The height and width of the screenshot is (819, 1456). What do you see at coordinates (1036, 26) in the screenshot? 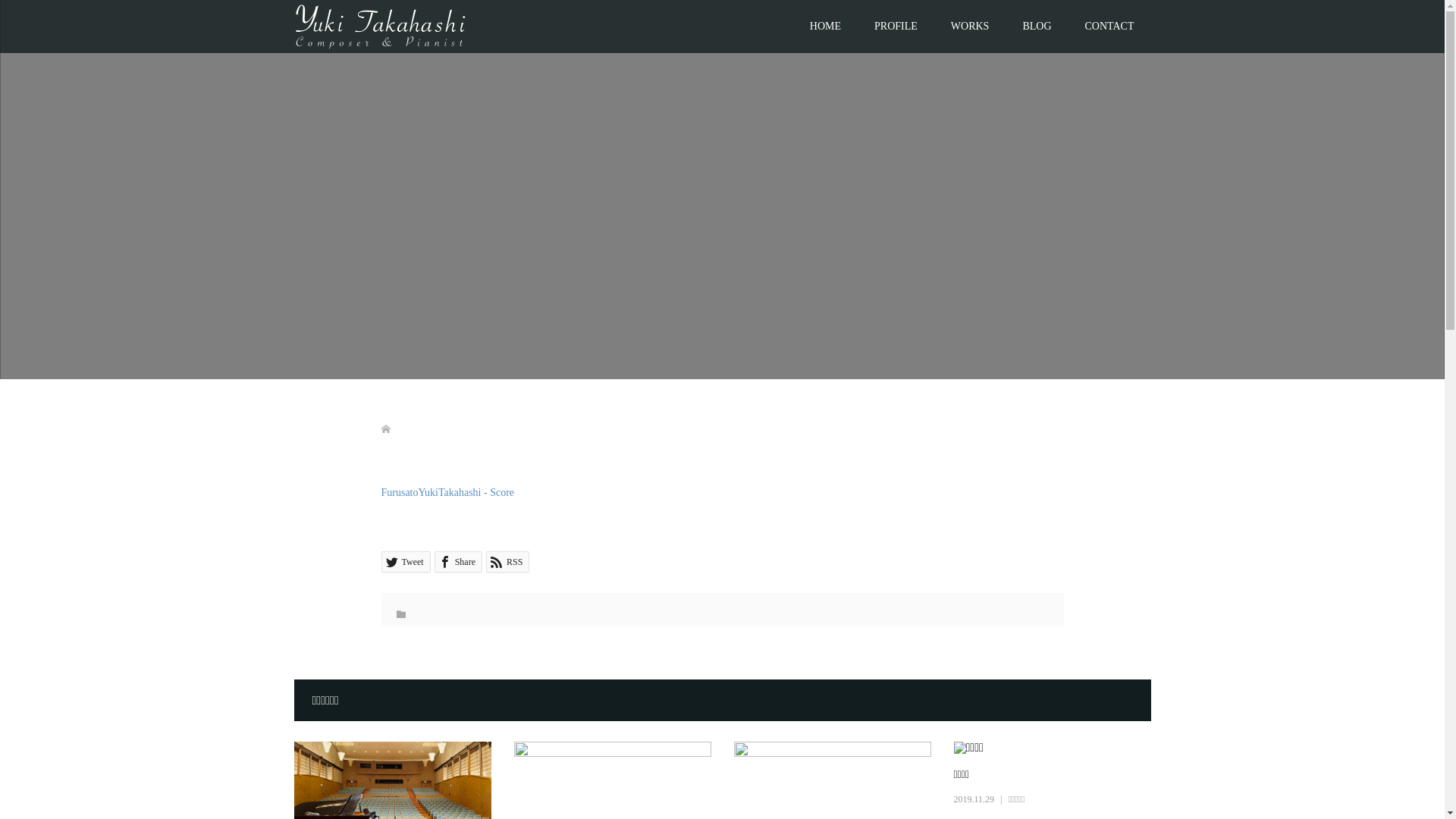
I see `'BLOG'` at bounding box center [1036, 26].